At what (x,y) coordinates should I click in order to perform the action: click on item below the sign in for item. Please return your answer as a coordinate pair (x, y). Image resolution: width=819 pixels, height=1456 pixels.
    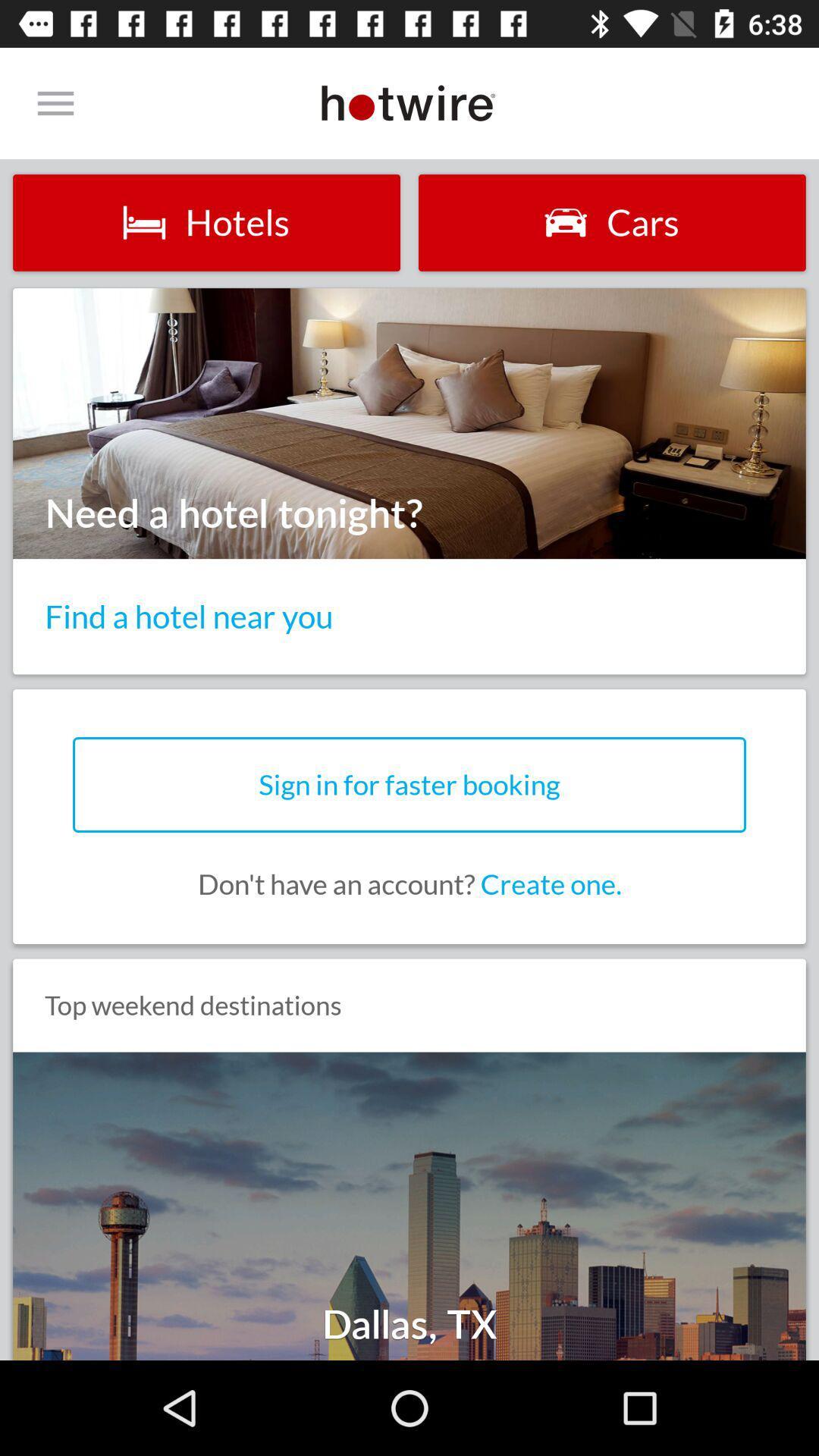
    Looking at the image, I should click on (409, 884).